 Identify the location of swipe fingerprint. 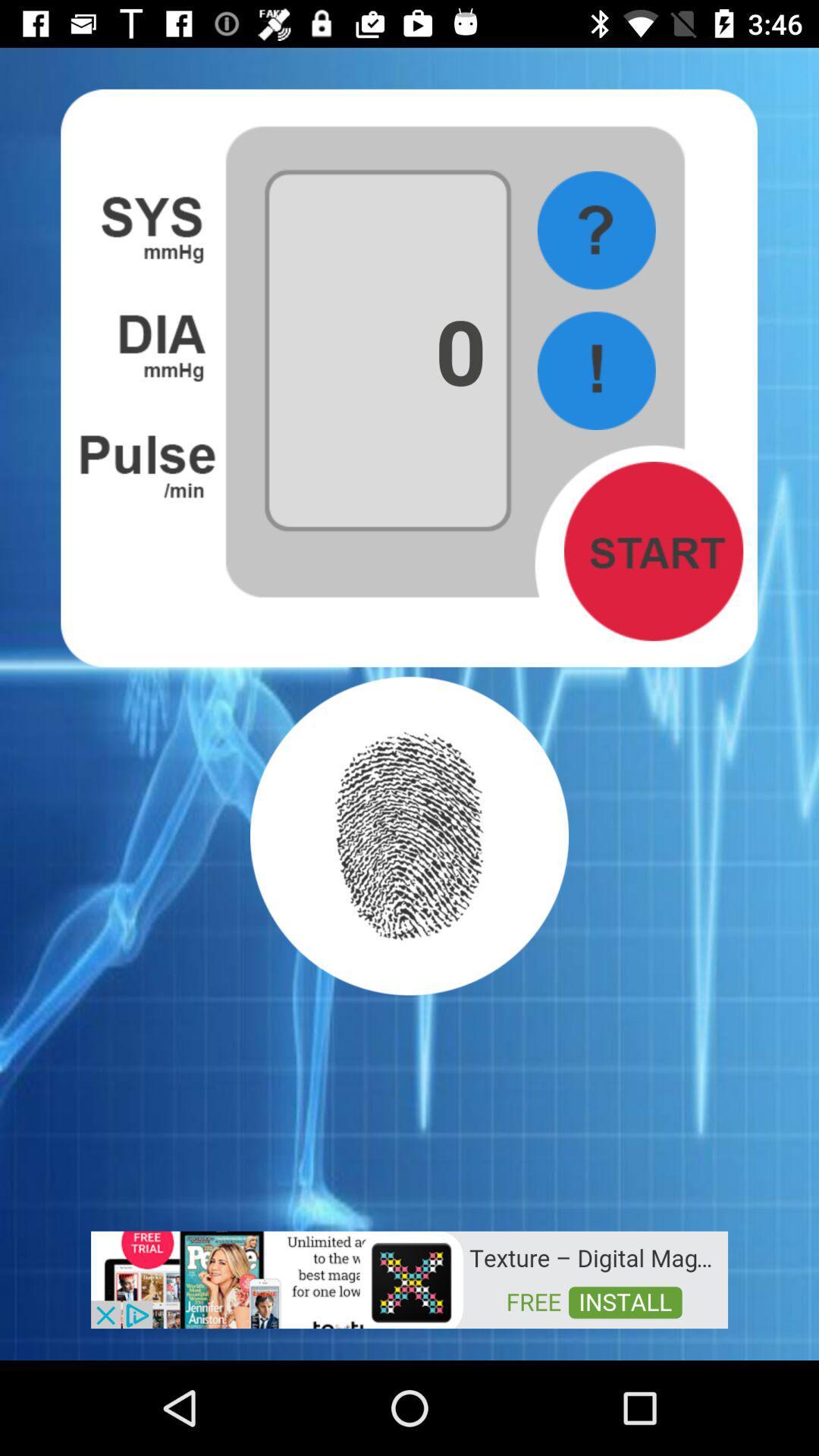
(409, 835).